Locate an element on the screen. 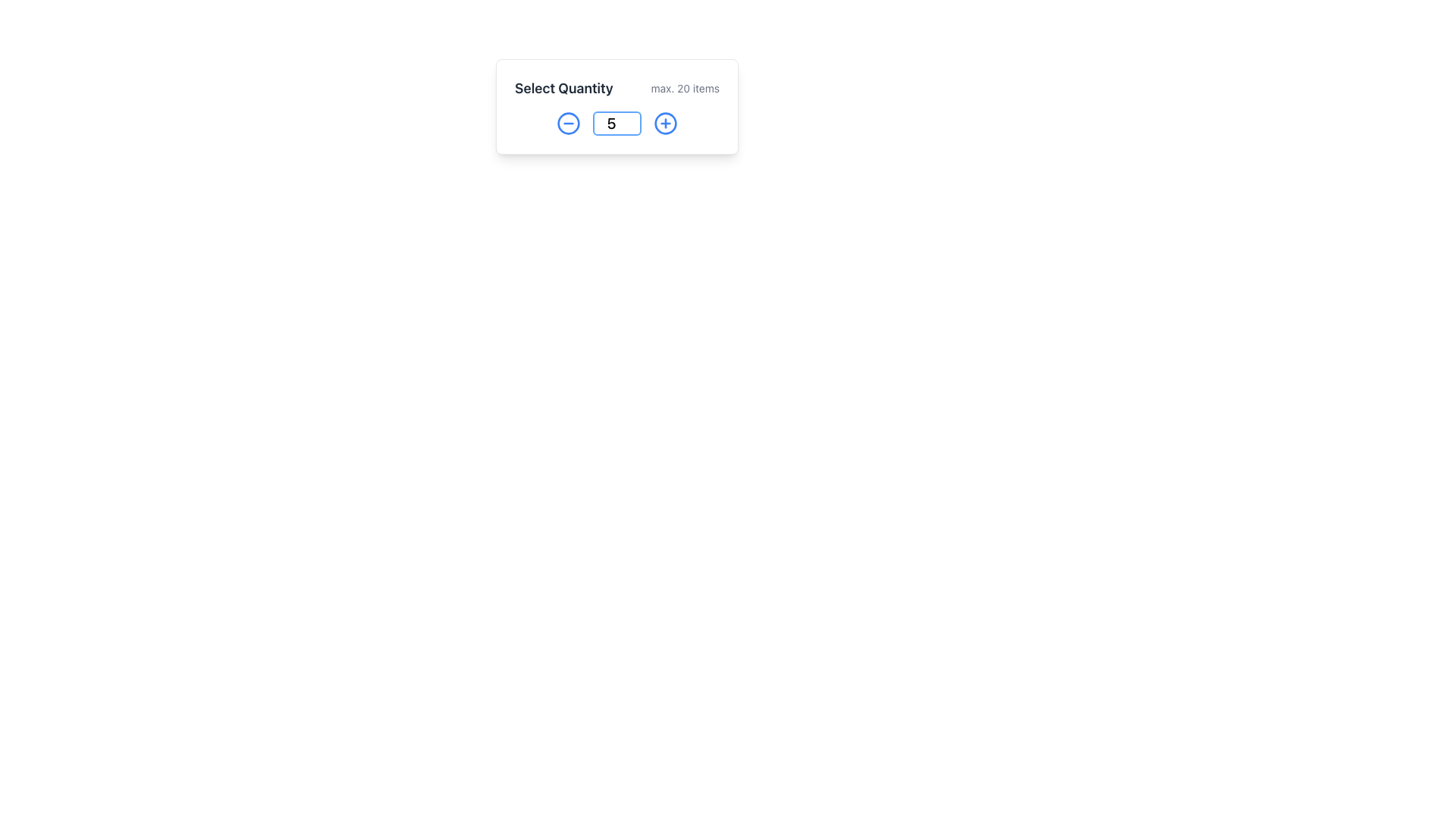 The height and width of the screenshot is (819, 1456). the SVG circle element representing the 'decrease quantity' functionality of the decrement button located is located at coordinates (567, 122).